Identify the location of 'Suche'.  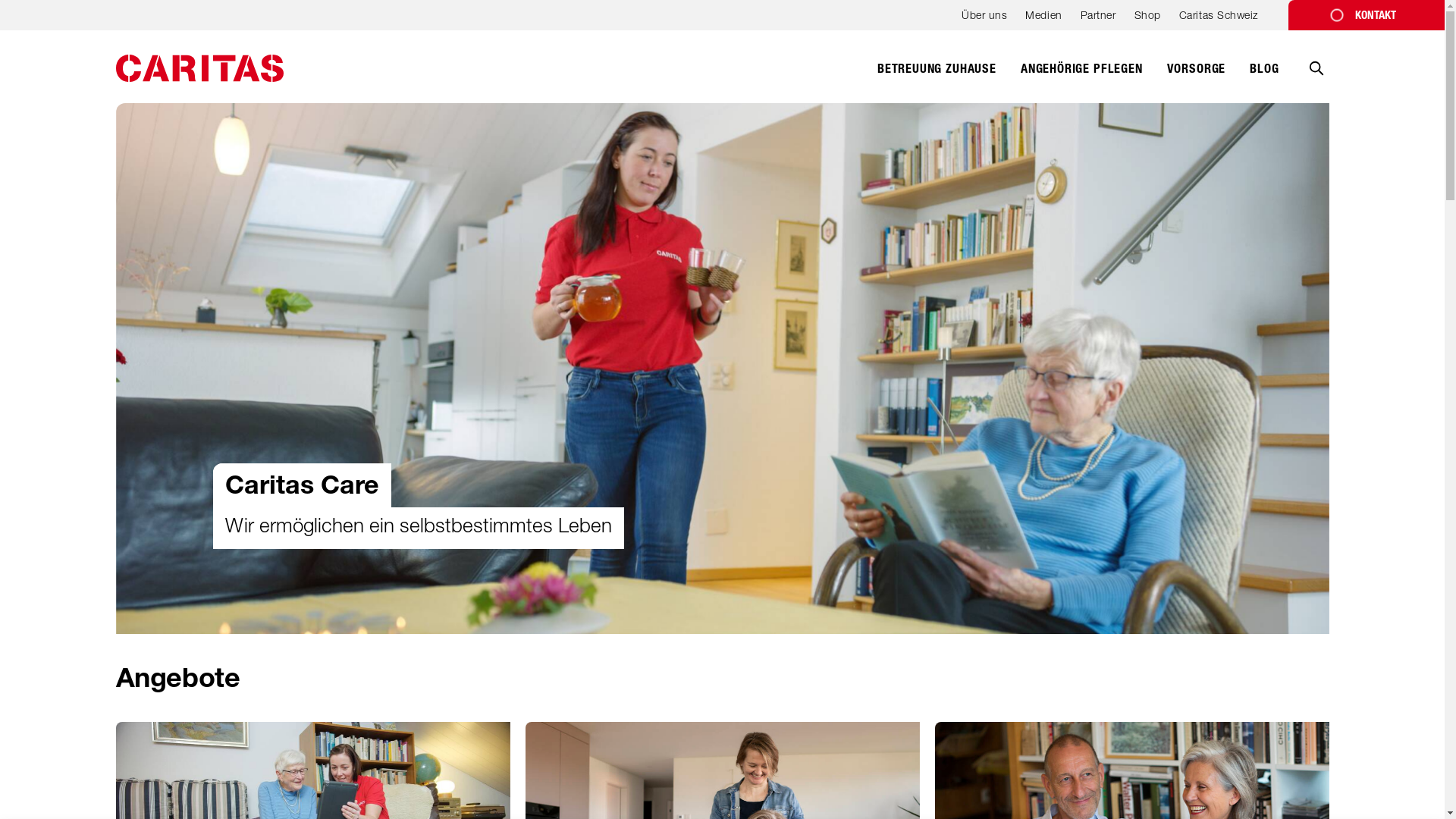
(1314, 79).